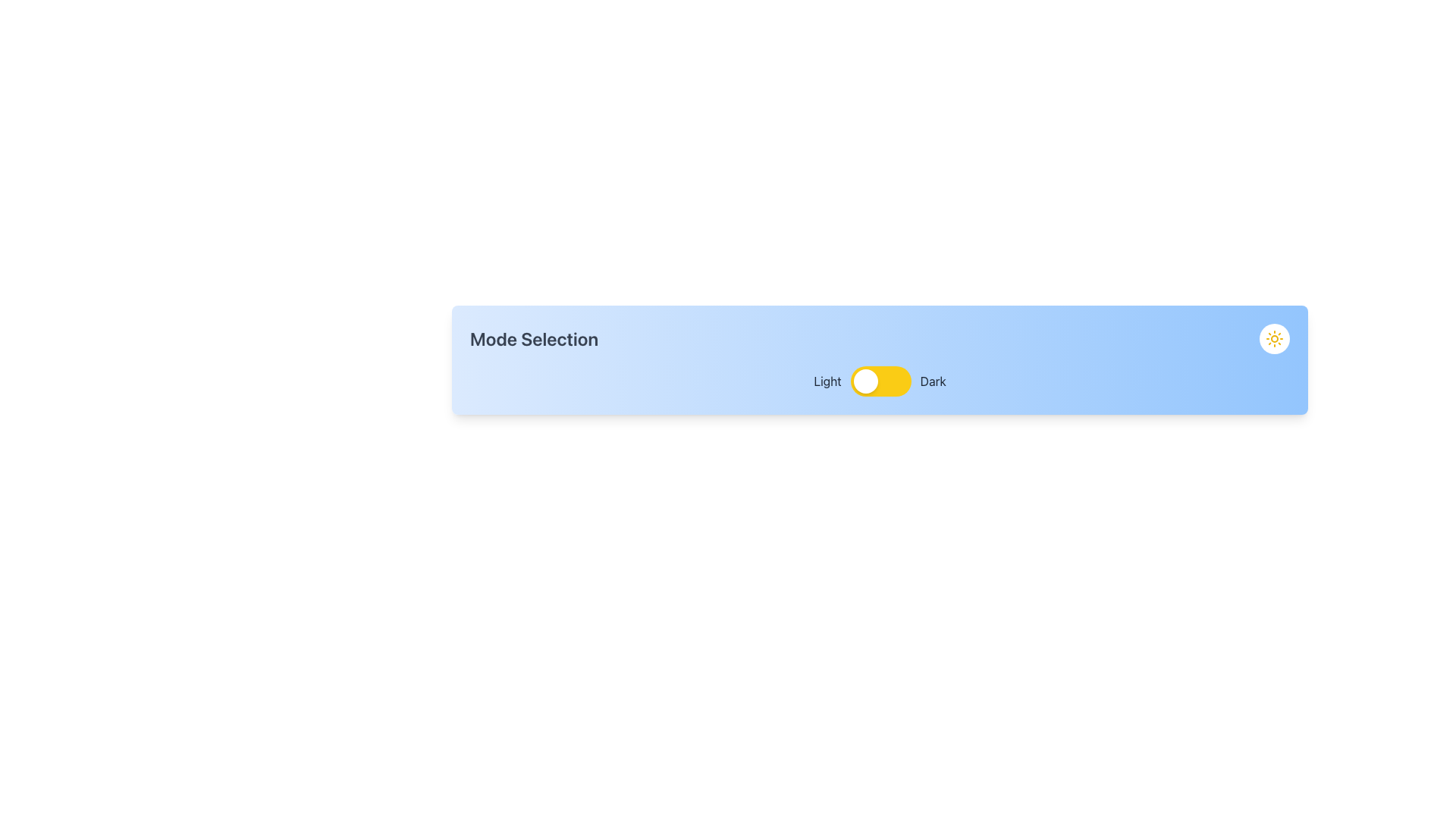 Image resolution: width=1456 pixels, height=819 pixels. What do you see at coordinates (534, 338) in the screenshot?
I see `the Text Label that serves as the section title for the 'Mode Selection' feature, located towards the top-left corner of the navigation panel, to the far left of a toggle switch and an icon` at bounding box center [534, 338].